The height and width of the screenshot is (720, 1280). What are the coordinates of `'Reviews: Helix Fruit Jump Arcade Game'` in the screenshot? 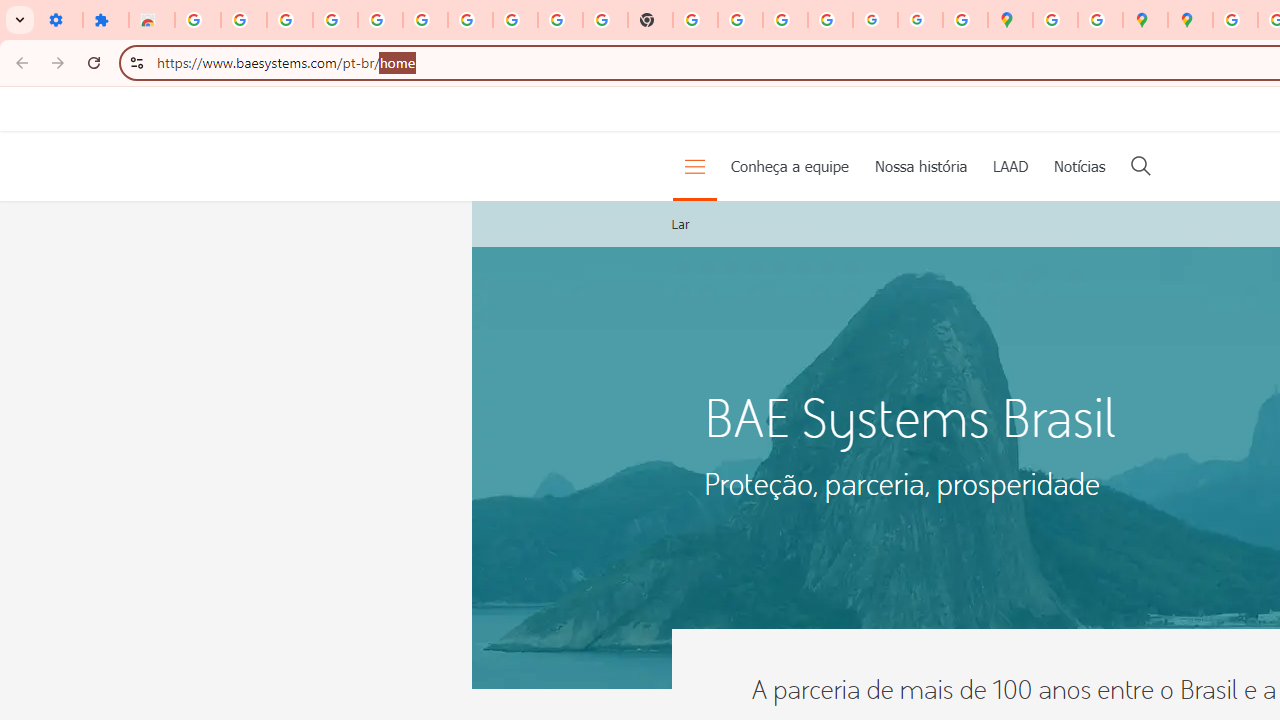 It's located at (151, 20).